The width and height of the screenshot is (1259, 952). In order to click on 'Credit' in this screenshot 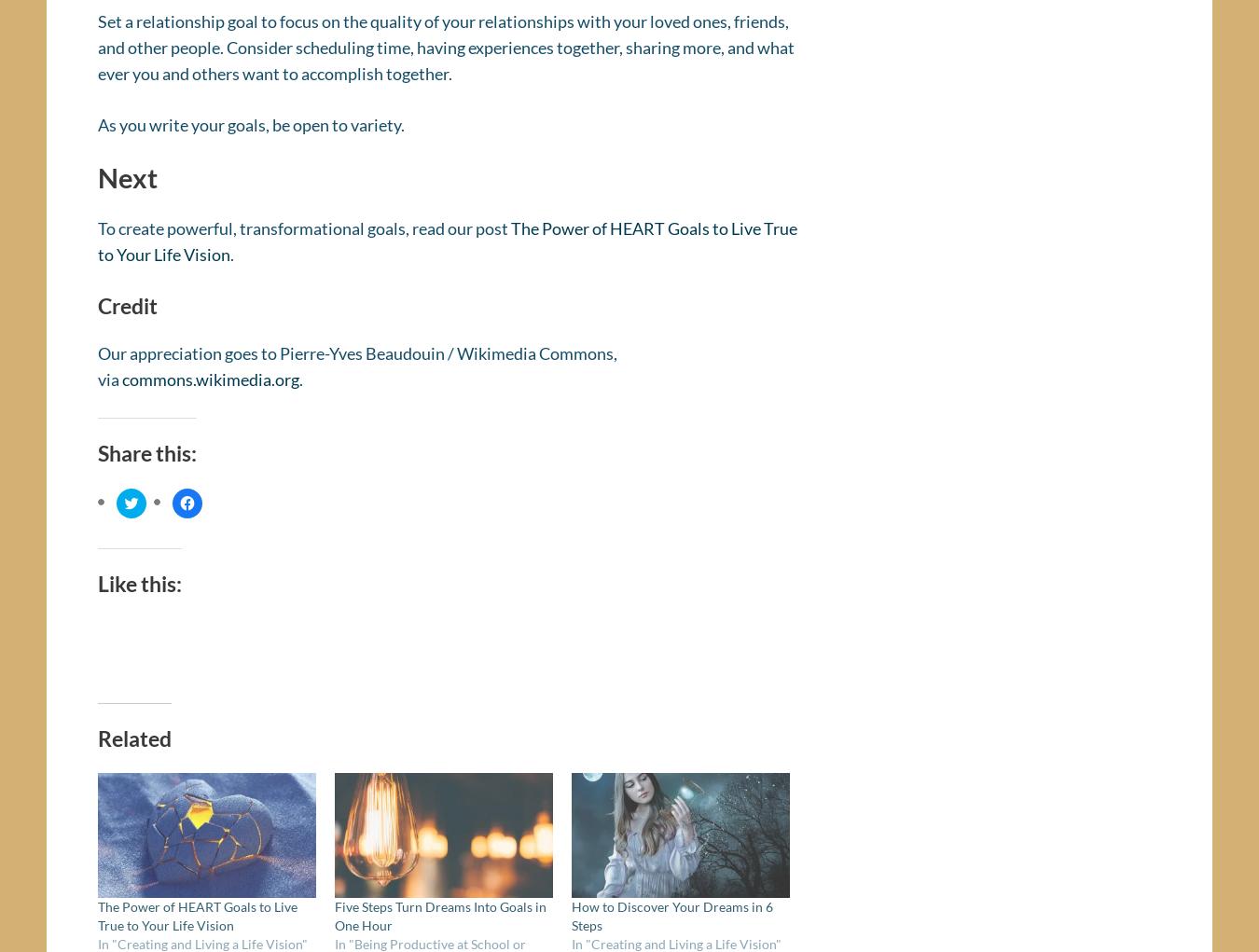, I will do `click(128, 310)`.